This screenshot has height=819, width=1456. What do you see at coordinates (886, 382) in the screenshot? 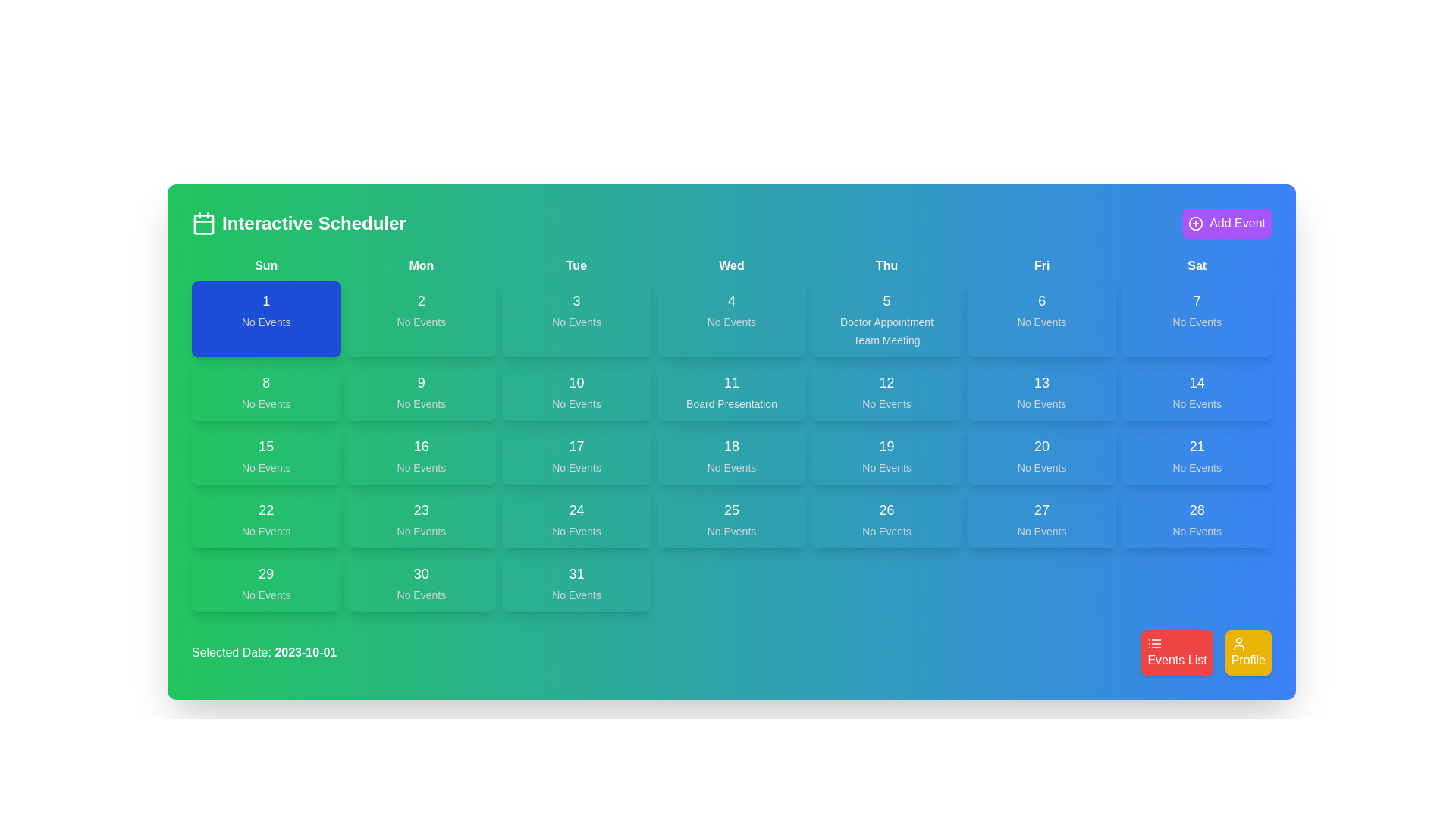
I see `the displayed number '12' on the bold text label located in the grid schedule for 'Thursday, 12th' in the 4th column and 2nd row` at bounding box center [886, 382].